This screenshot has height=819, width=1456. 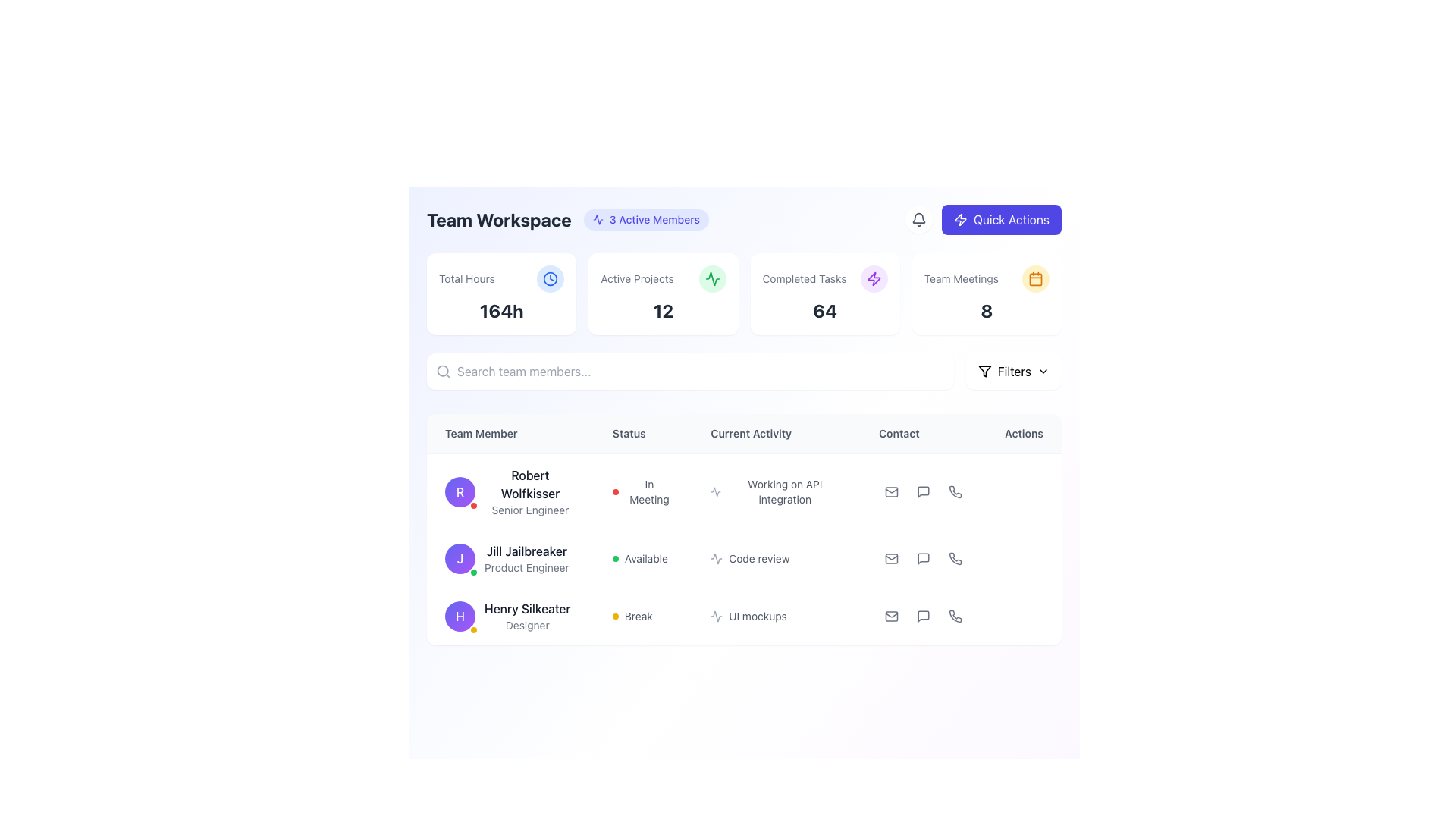 I want to click on the text label displaying 'Break' in gray font, located in the 'Status' column for 'Henry Silketer, Designer', positioned to the right of the yellow circular status icon, so click(x=639, y=617).